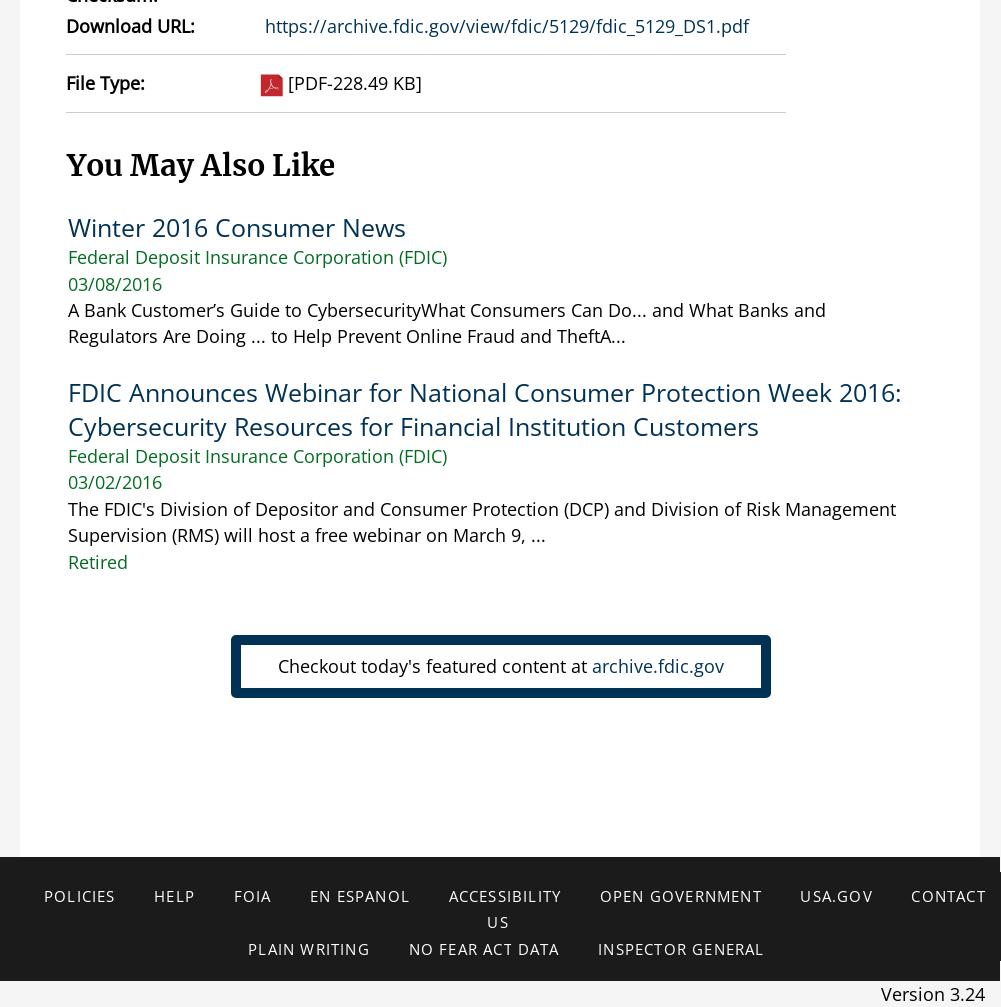  I want to click on 'Winter 2016 Consumer News', so click(235, 226).